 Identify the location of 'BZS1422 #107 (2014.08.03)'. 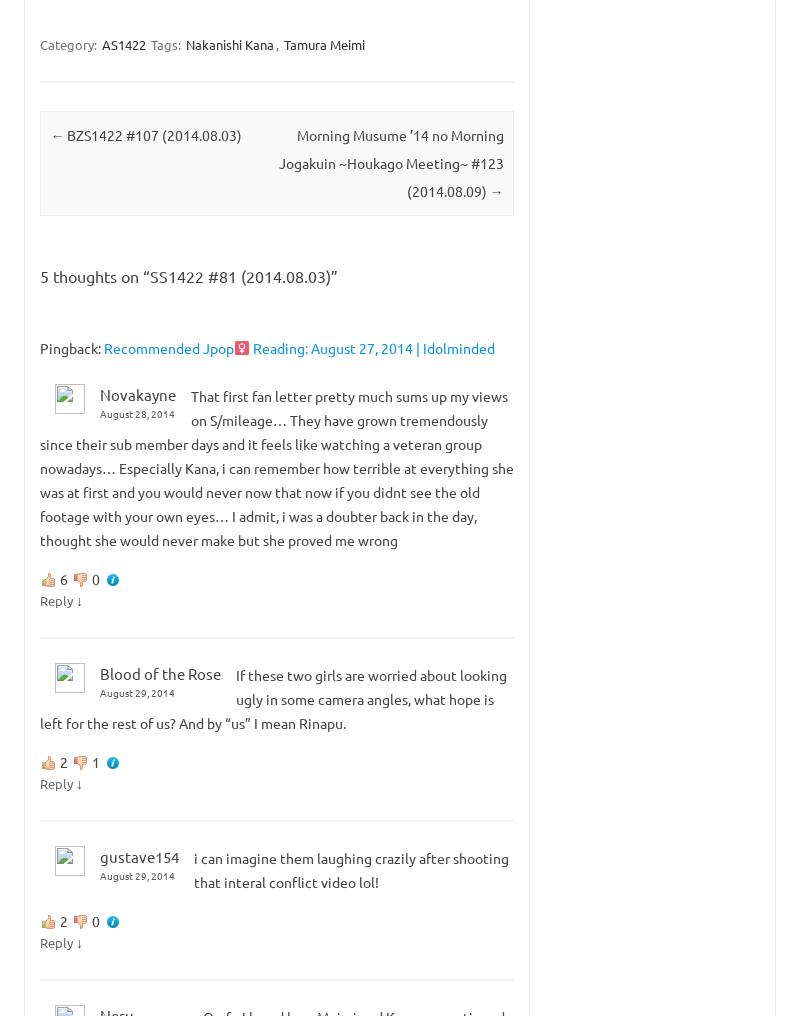
(153, 134).